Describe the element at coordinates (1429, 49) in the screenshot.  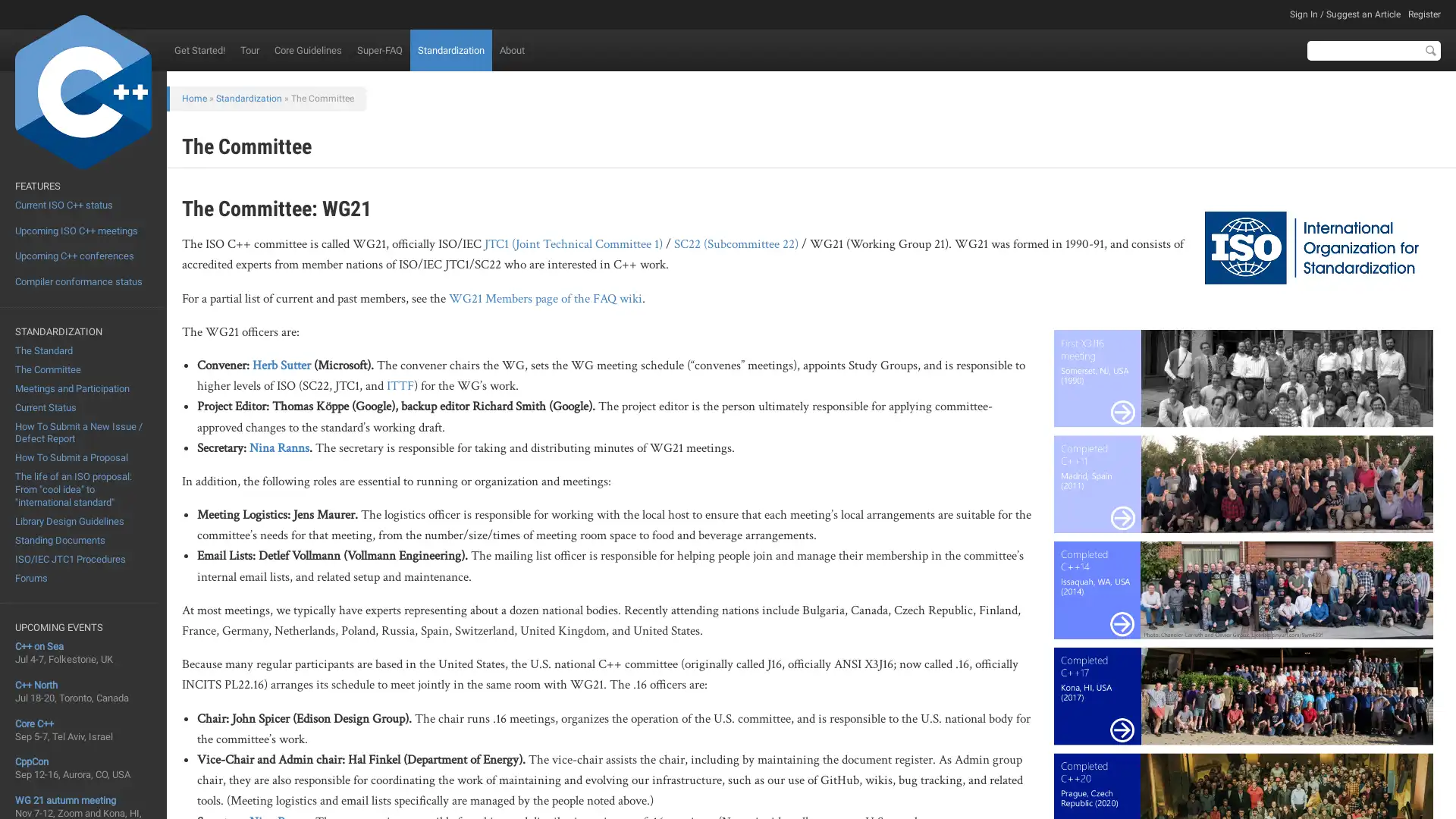
I see `Search` at that location.